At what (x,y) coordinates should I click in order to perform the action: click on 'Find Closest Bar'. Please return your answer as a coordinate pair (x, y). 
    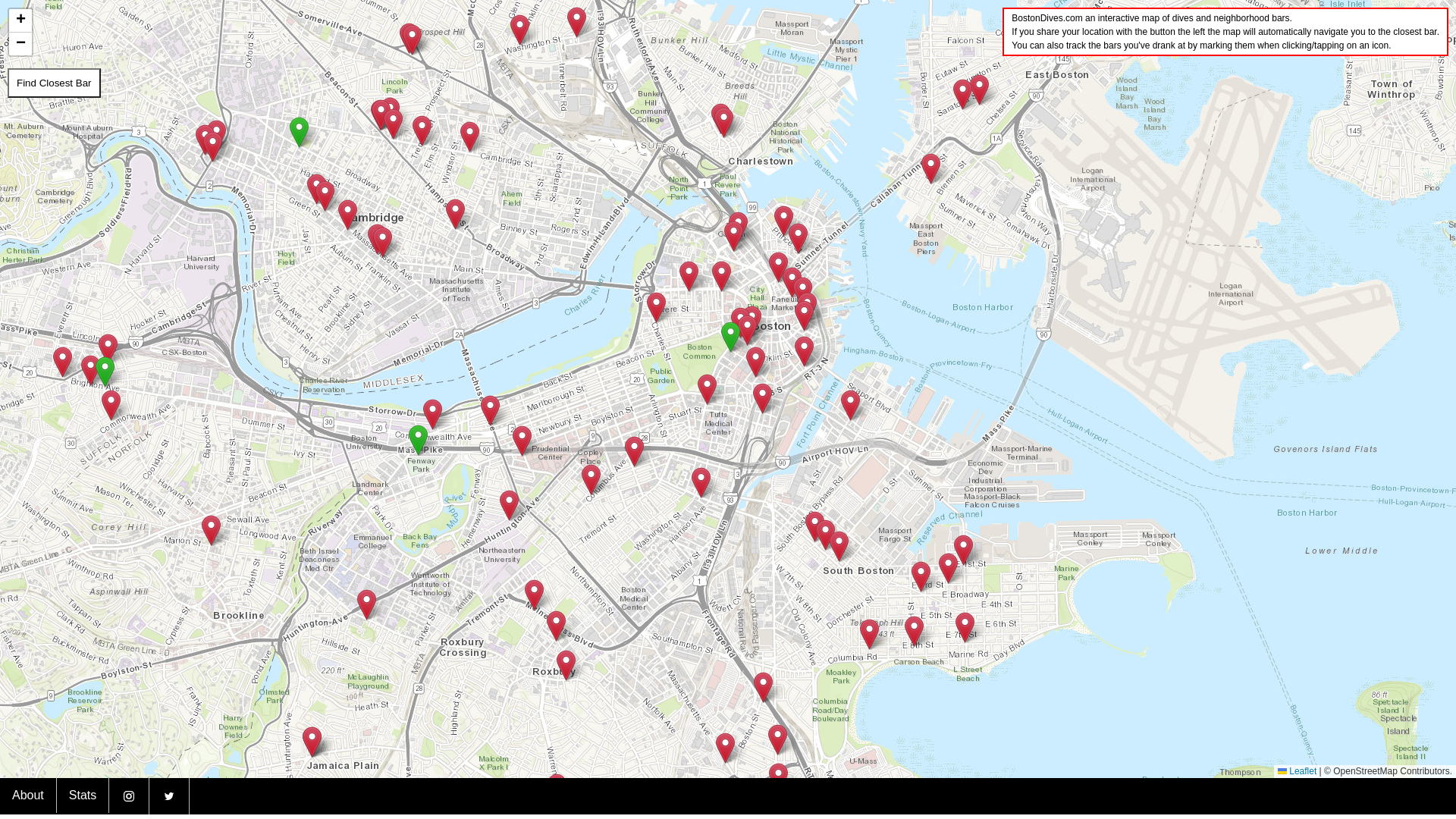
    Looking at the image, I should click on (54, 83).